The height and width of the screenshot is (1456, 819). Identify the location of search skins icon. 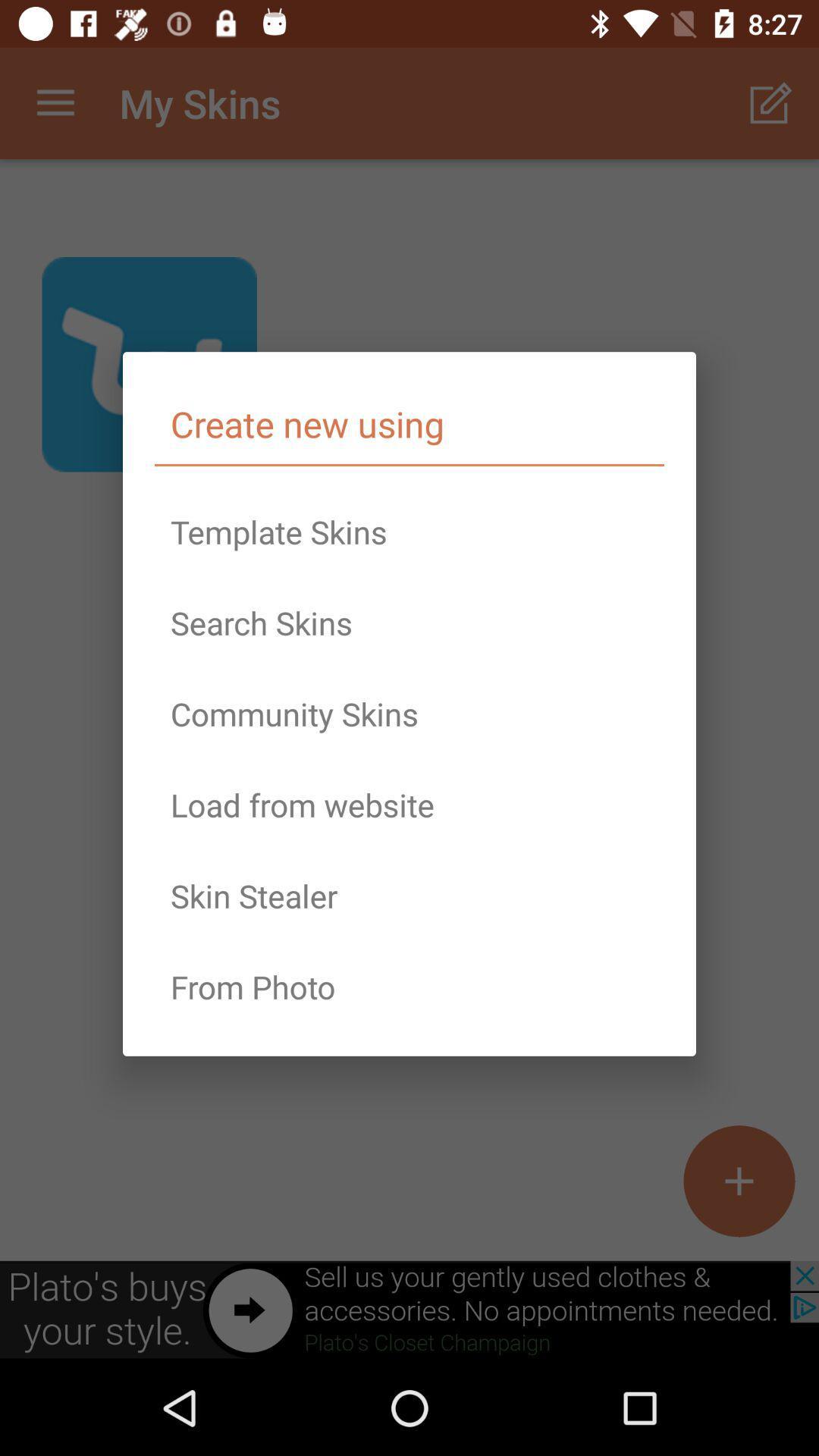
(409, 623).